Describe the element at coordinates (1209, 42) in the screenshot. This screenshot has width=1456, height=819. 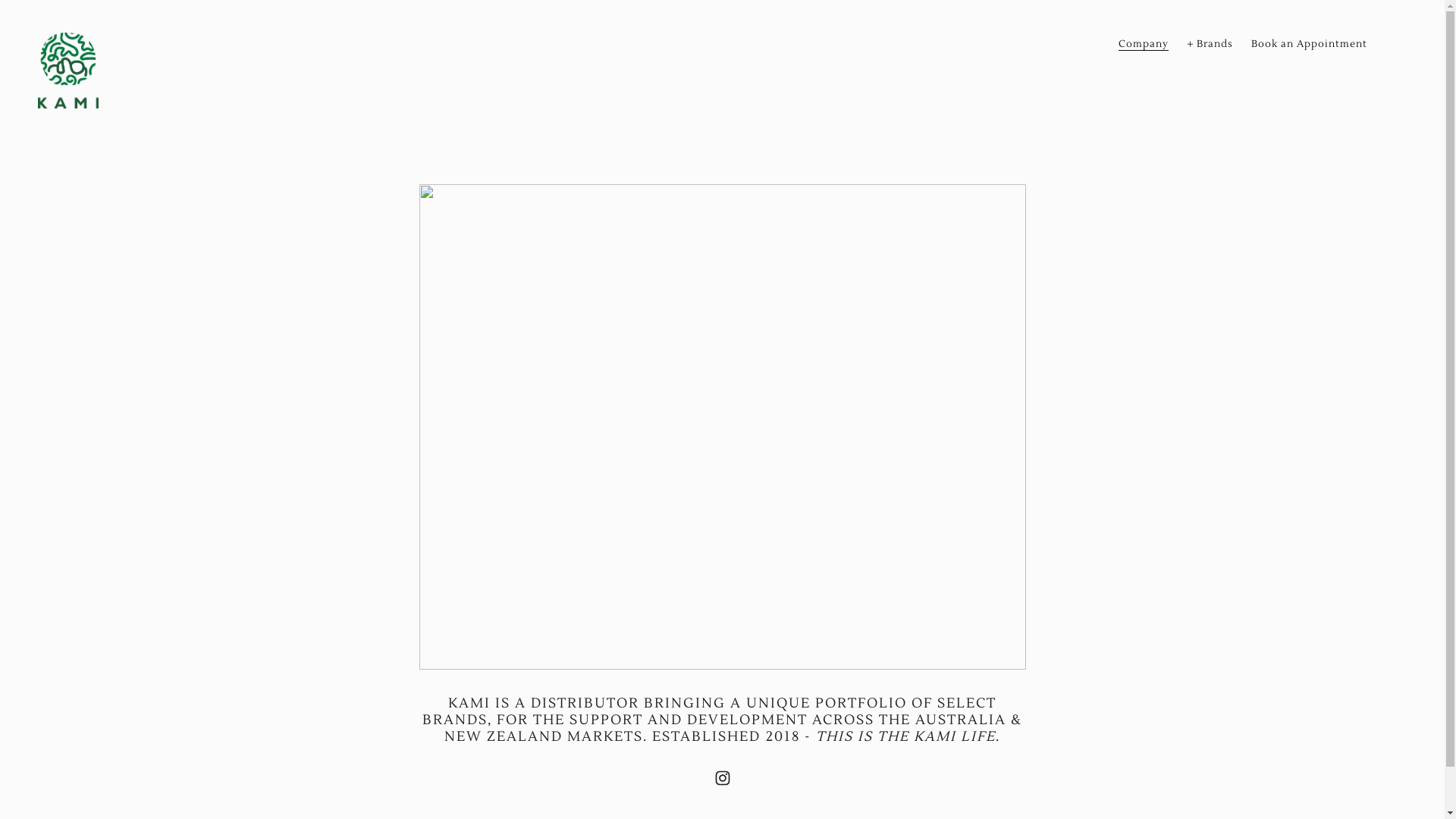
I see `'Brands'` at that location.